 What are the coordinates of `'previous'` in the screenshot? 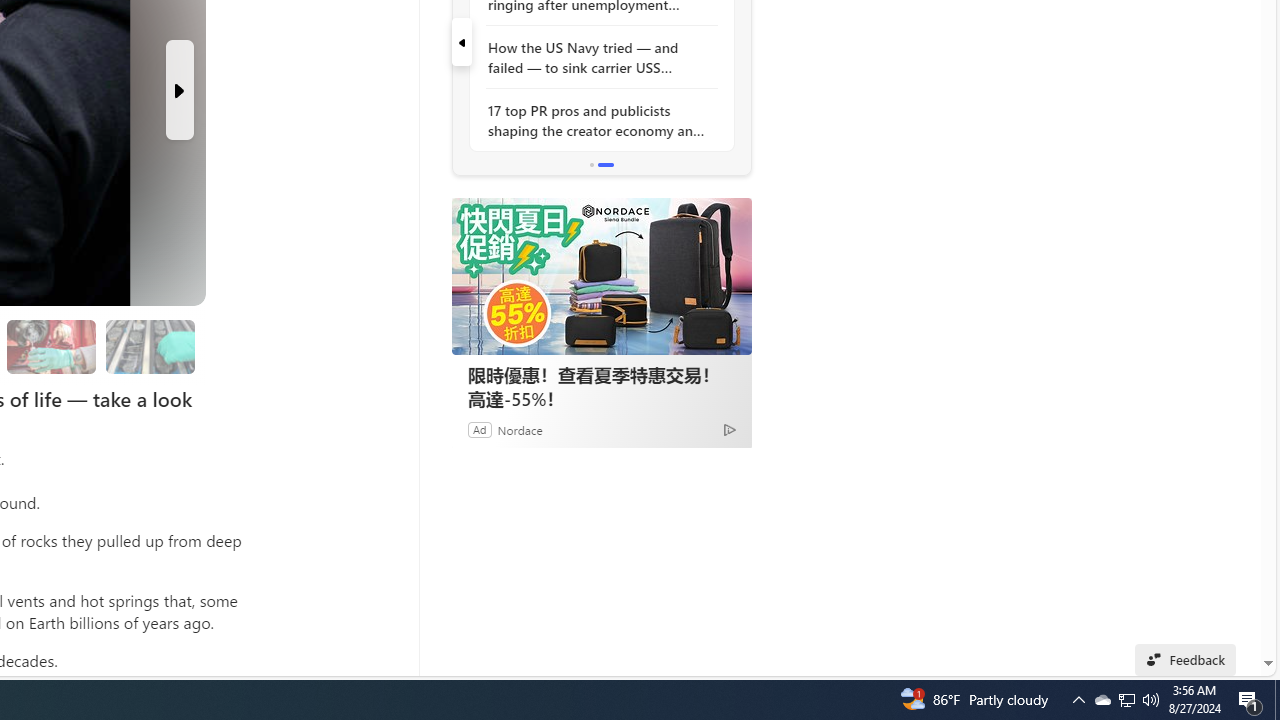 It's located at (460, 42).